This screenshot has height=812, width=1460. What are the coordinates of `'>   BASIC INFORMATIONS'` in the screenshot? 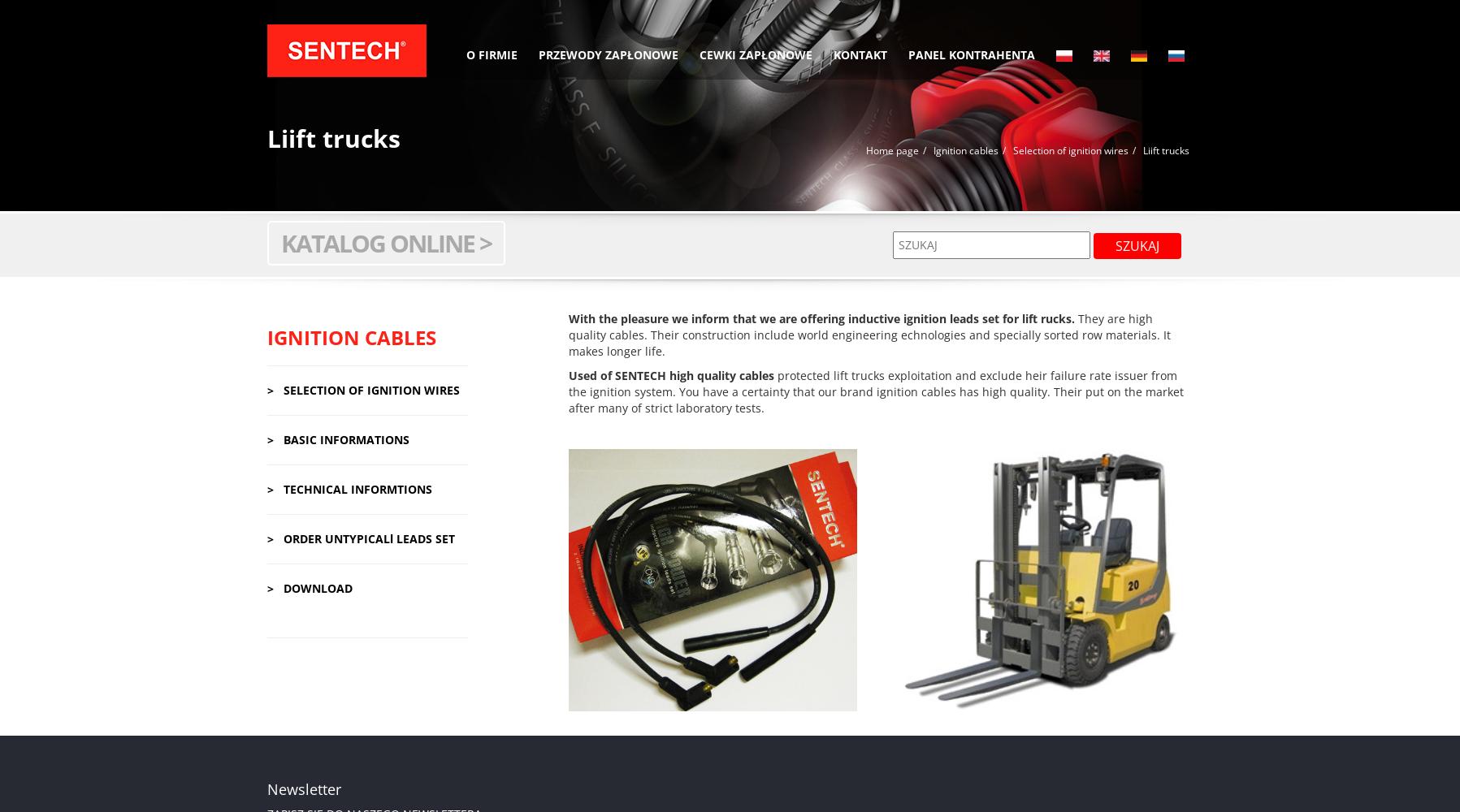 It's located at (336, 438).